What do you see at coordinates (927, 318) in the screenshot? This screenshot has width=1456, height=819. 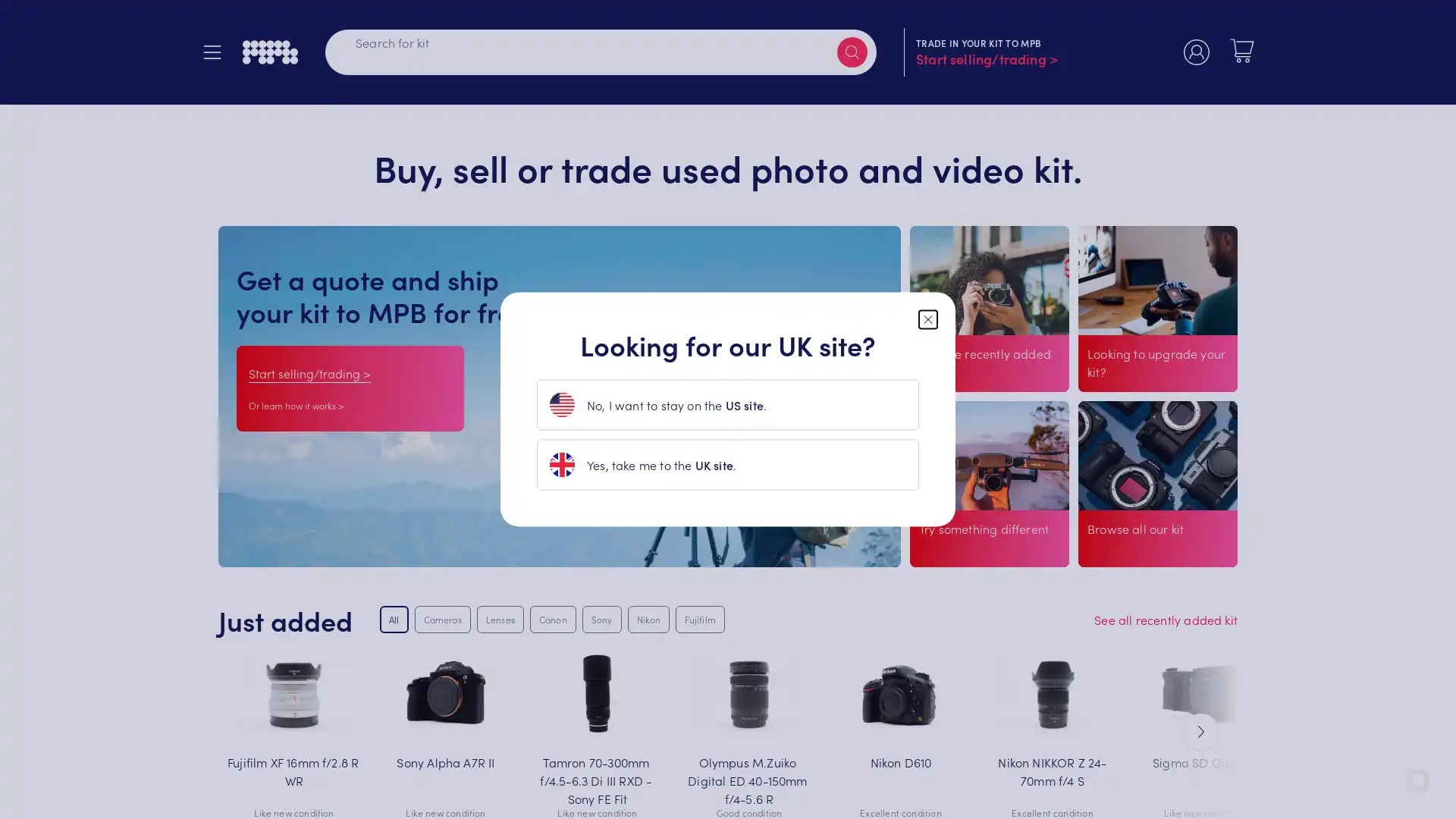 I see `Close modal` at bounding box center [927, 318].